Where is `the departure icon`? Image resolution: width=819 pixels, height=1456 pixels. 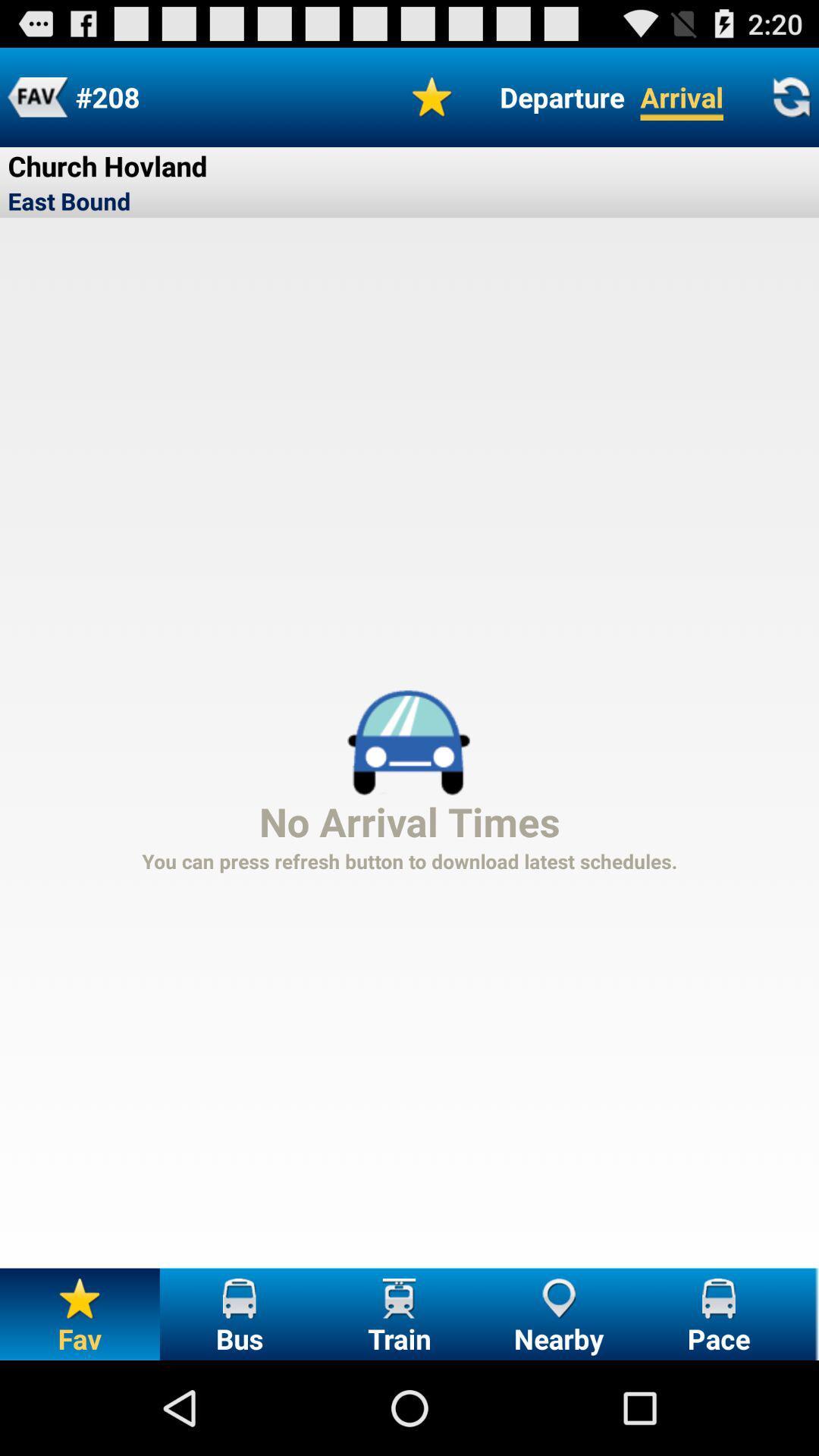 the departure icon is located at coordinates (562, 96).